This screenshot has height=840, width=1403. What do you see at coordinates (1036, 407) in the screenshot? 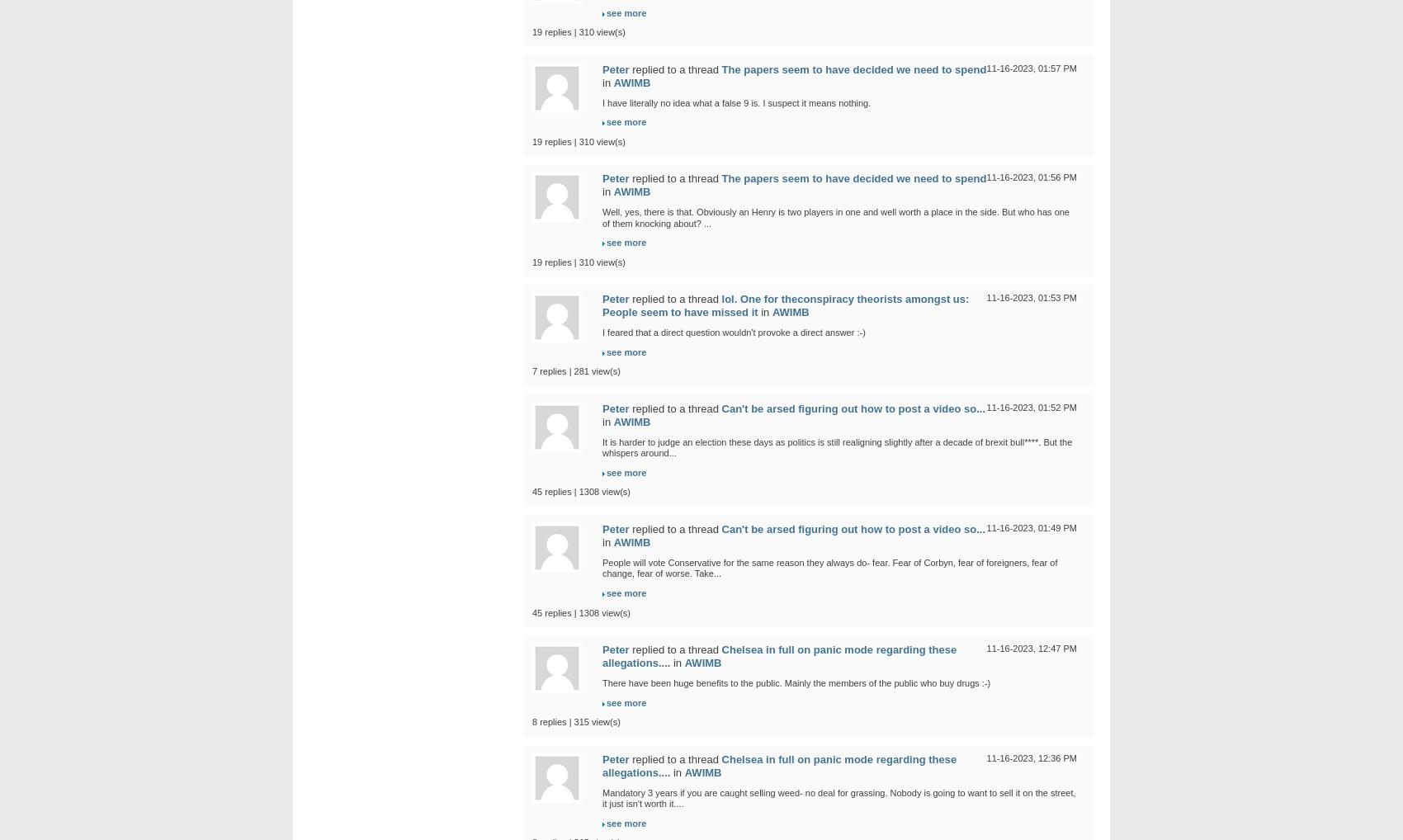
I see `'01:52 PM'` at bounding box center [1036, 407].